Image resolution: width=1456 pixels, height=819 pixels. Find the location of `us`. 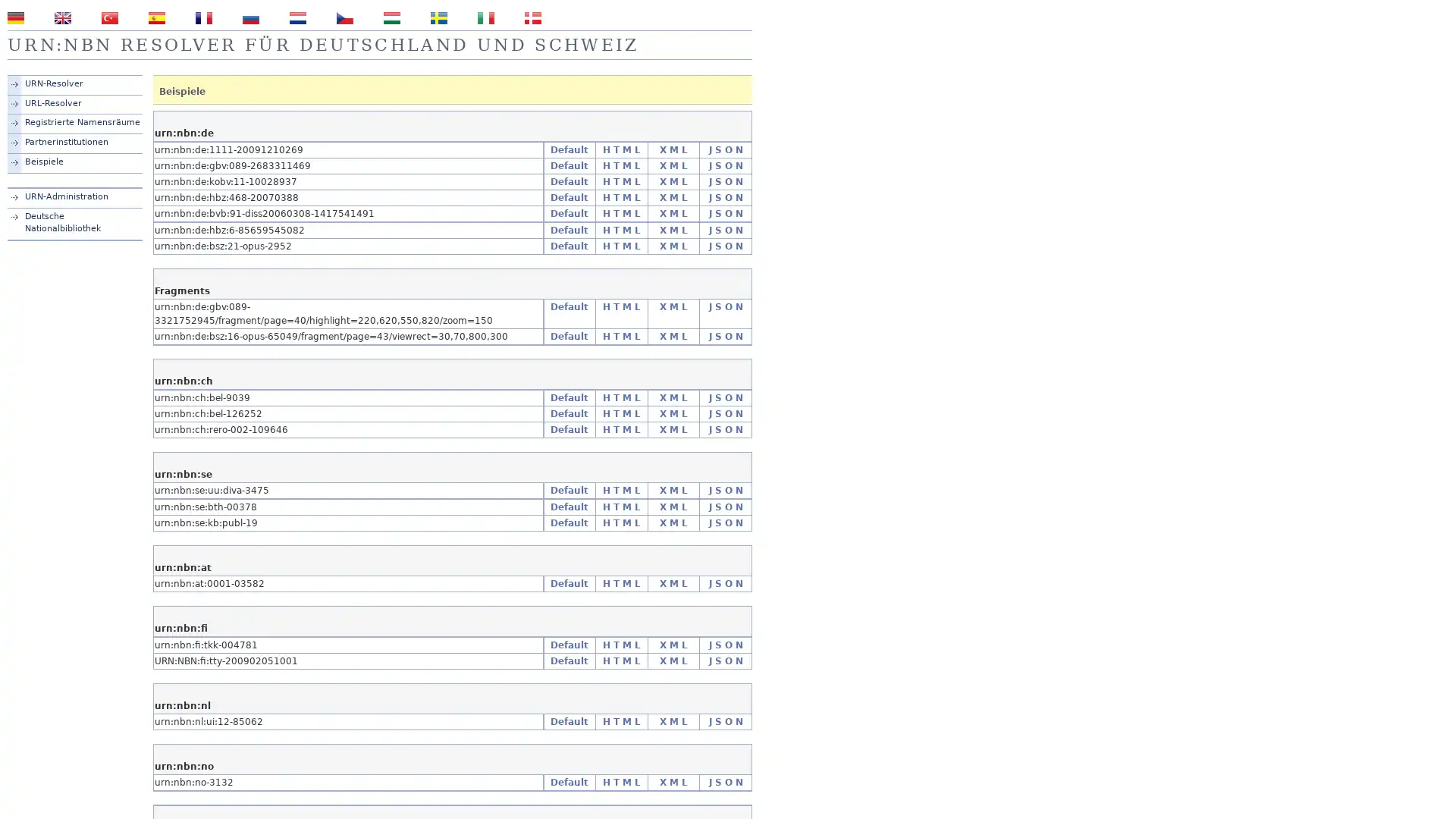

us is located at coordinates (61, 17).